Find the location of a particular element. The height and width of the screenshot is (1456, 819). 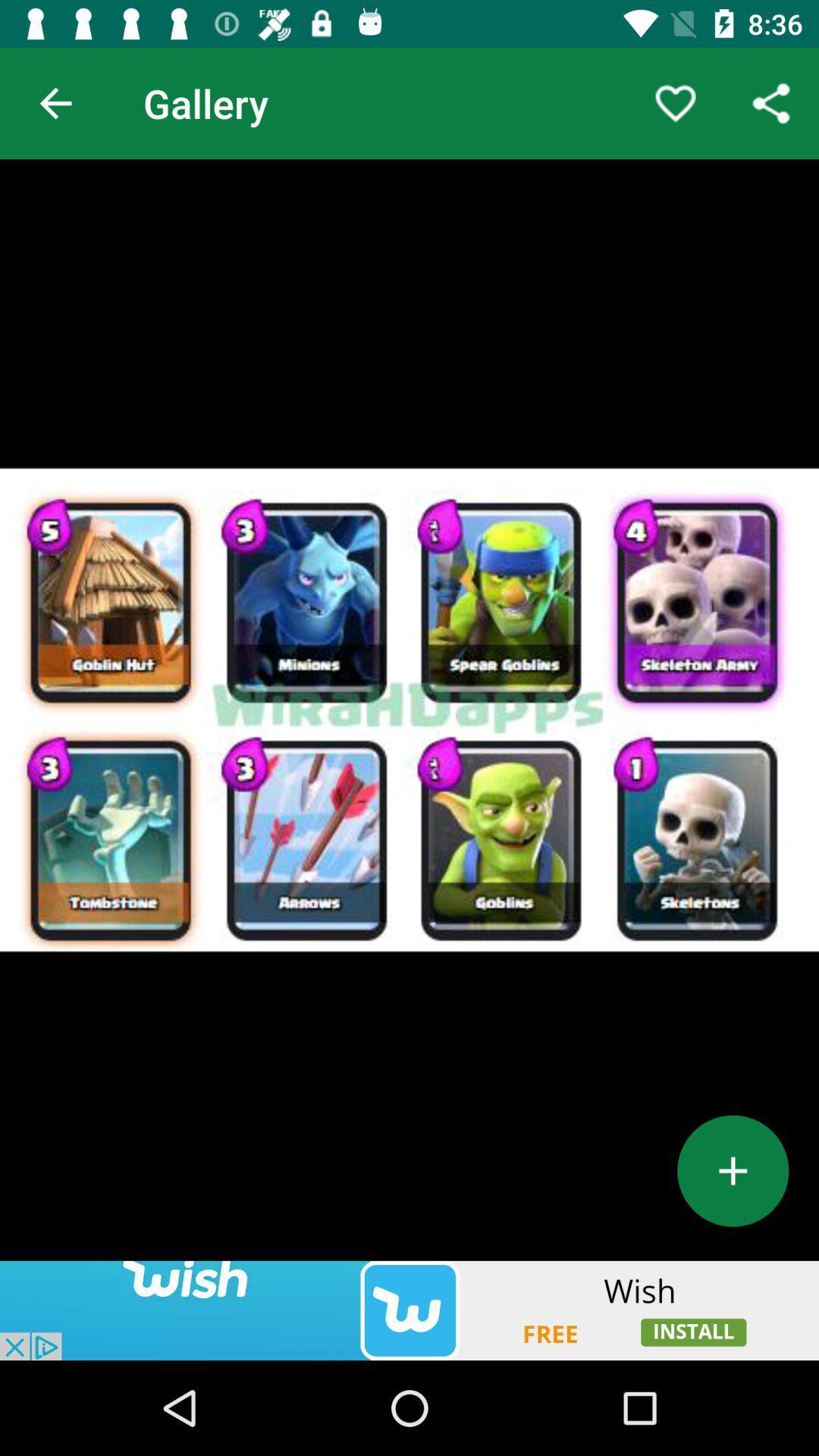

website is located at coordinates (409, 1310).